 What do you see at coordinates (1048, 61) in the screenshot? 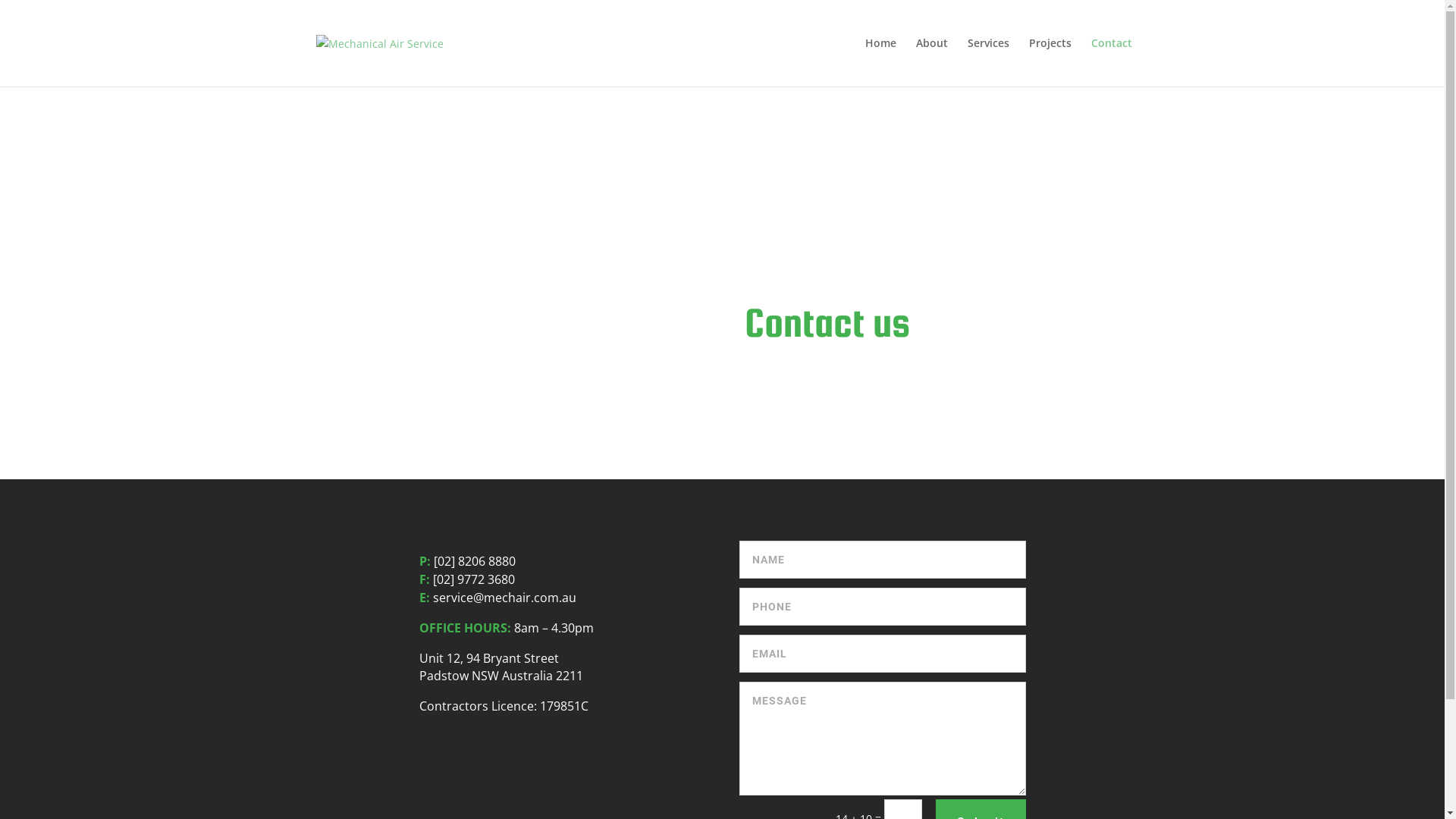
I see `'Projects'` at bounding box center [1048, 61].